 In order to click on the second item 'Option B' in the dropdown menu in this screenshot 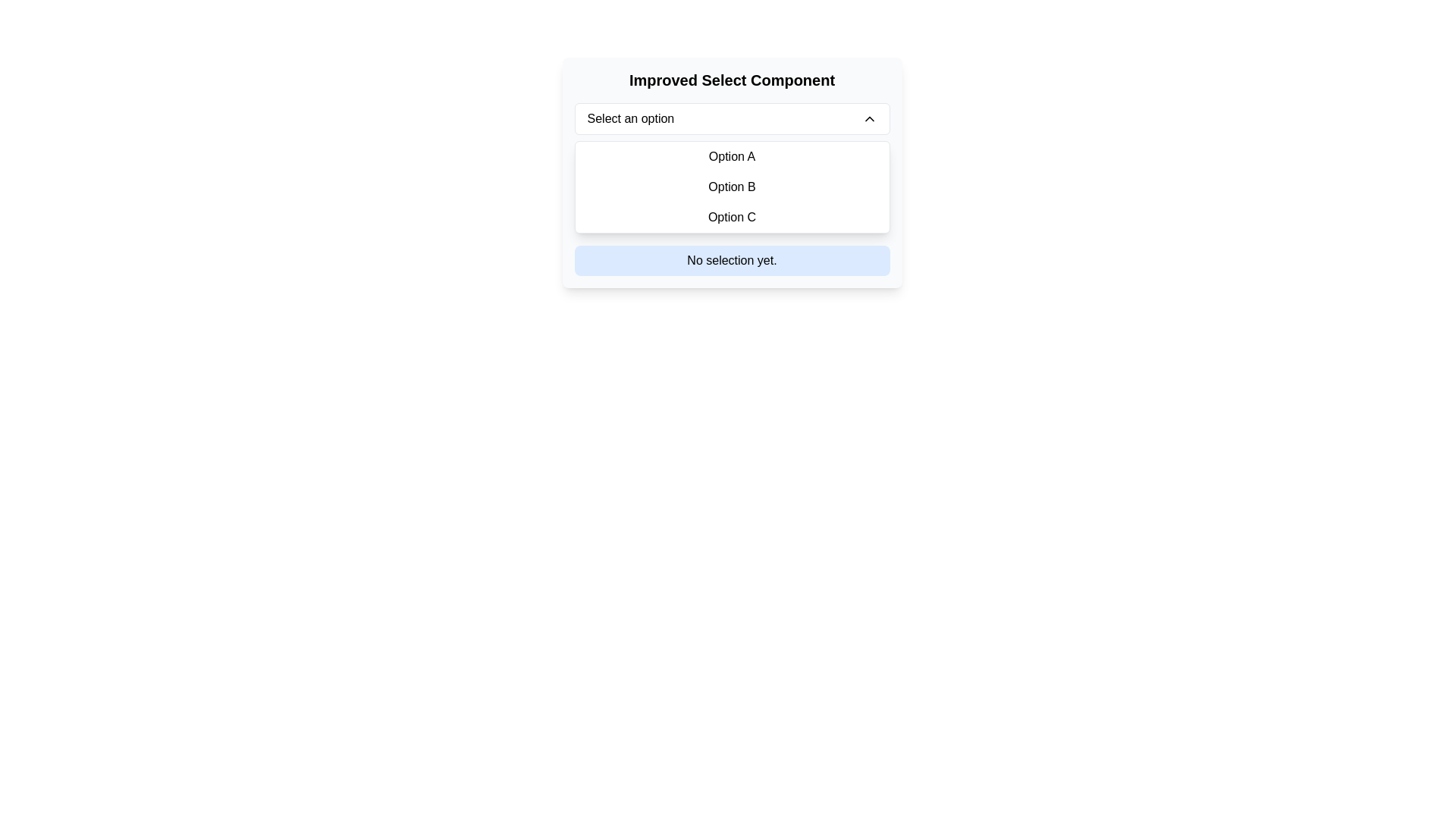, I will do `click(732, 186)`.